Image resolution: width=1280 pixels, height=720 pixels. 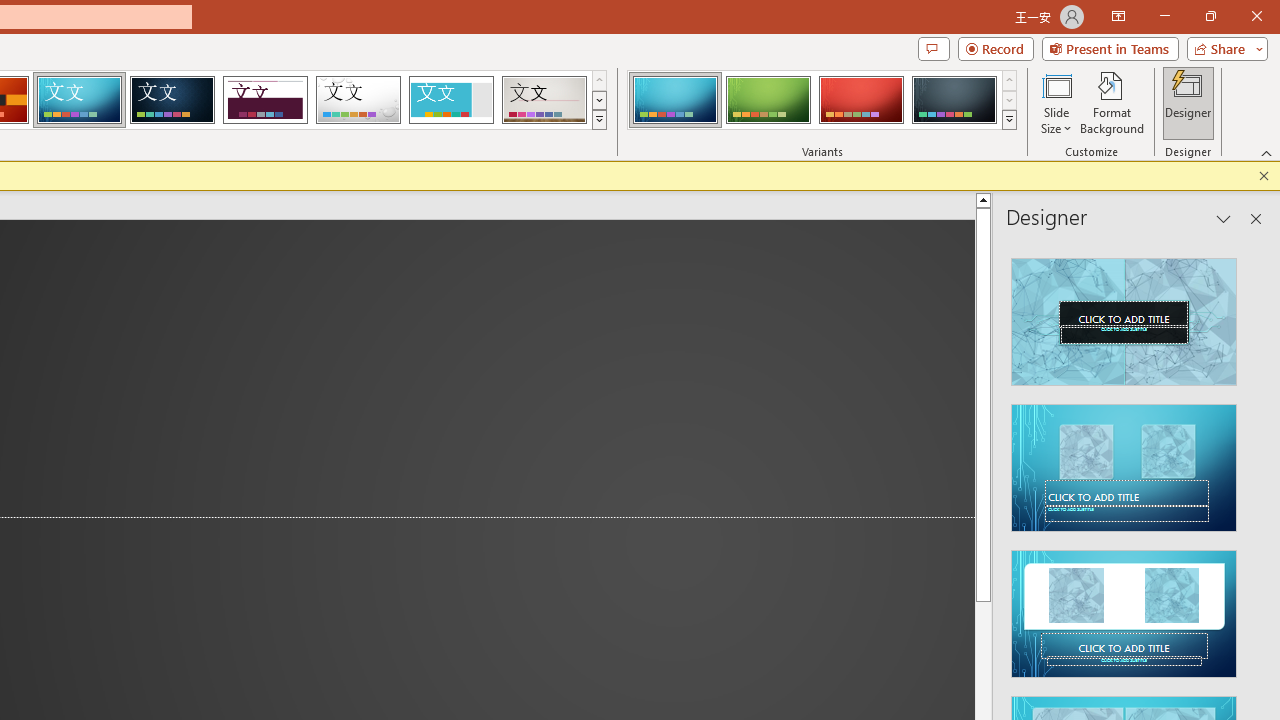 I want to click on 'Format Background', so click(x=1111, y=103).